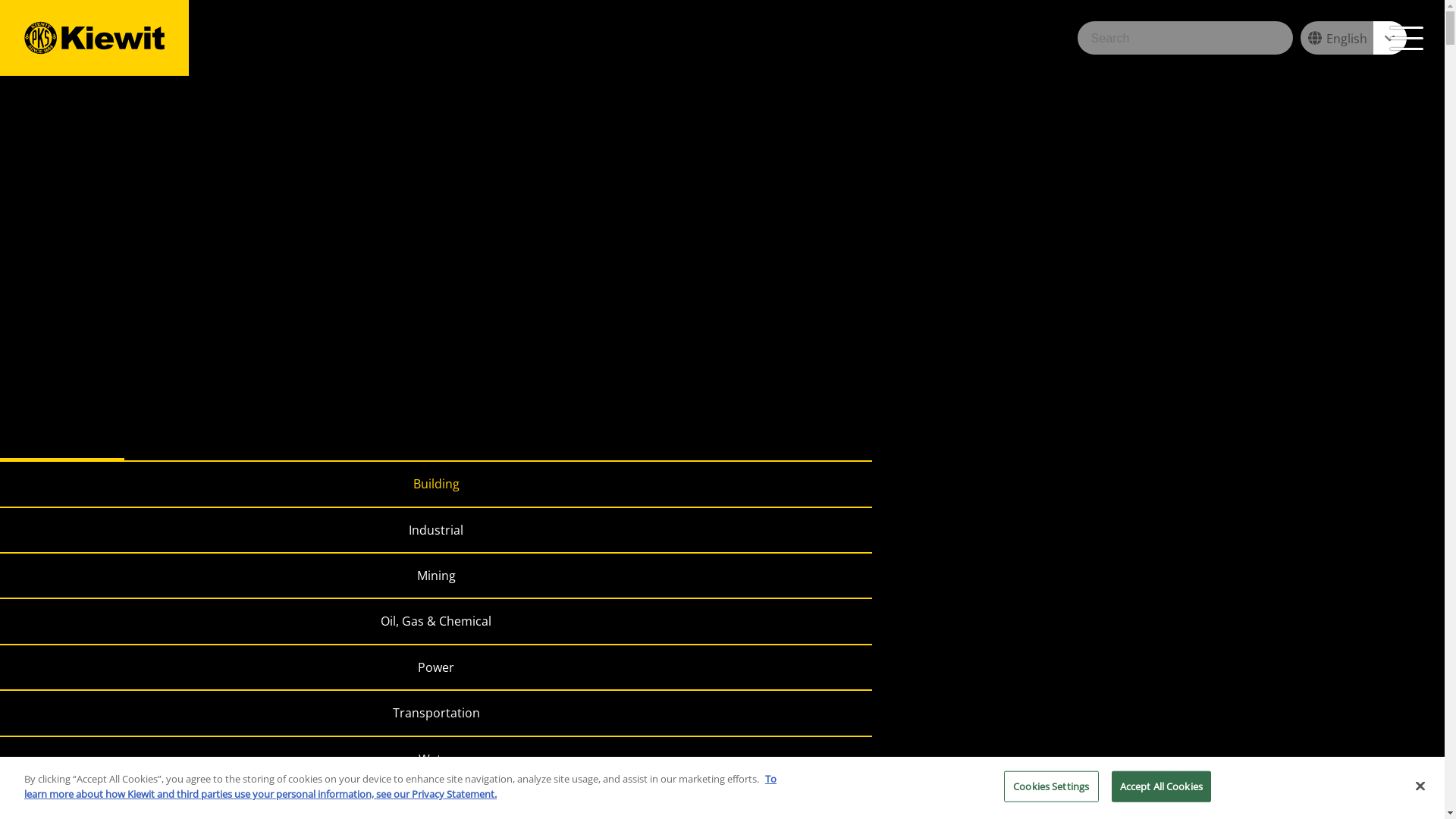 The image size is (1456, 819). I want to click on 'Kiewit Corporation', so click(93, 37).